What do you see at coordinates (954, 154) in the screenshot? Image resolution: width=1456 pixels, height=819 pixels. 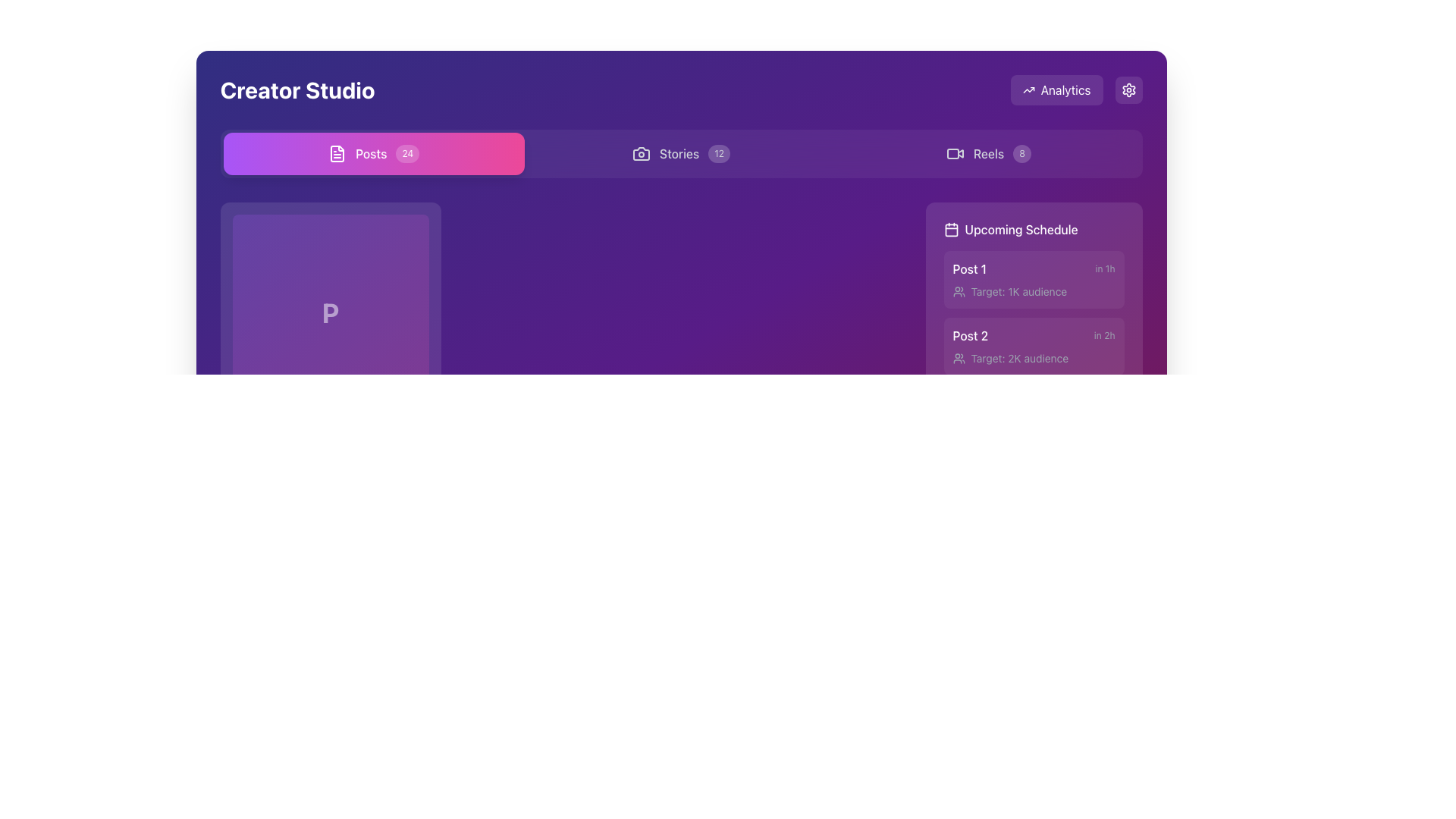 I see `the icon representing the 'Reels' section, located to the left of the text 'Reels' and above the numeral '8' in the horizontal navigation bar at the upper section of the interface` at bounding box center [954, 154].